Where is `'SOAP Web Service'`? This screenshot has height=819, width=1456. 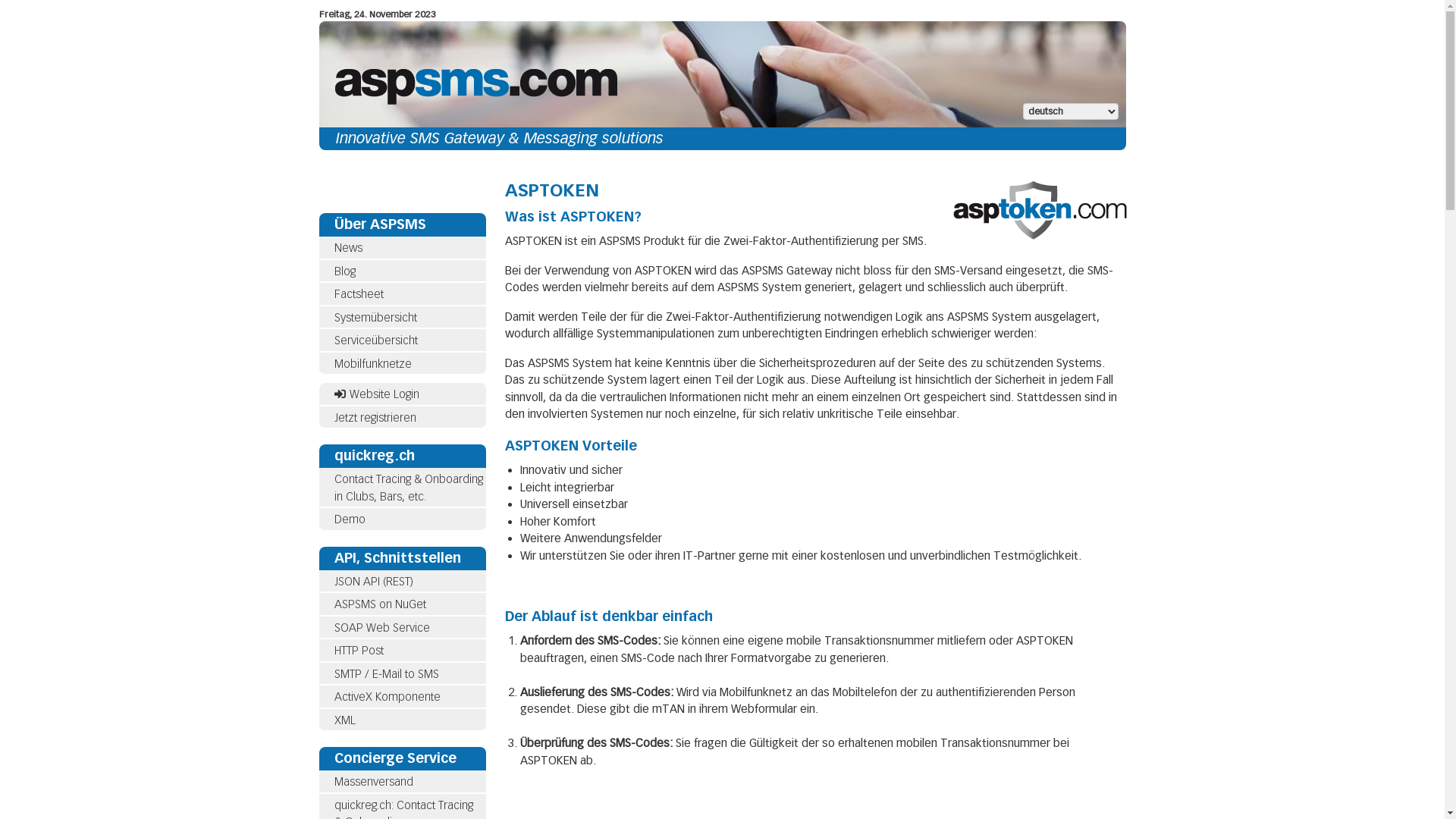 'SOAP Web Service' is located at coordinates (381, 626).